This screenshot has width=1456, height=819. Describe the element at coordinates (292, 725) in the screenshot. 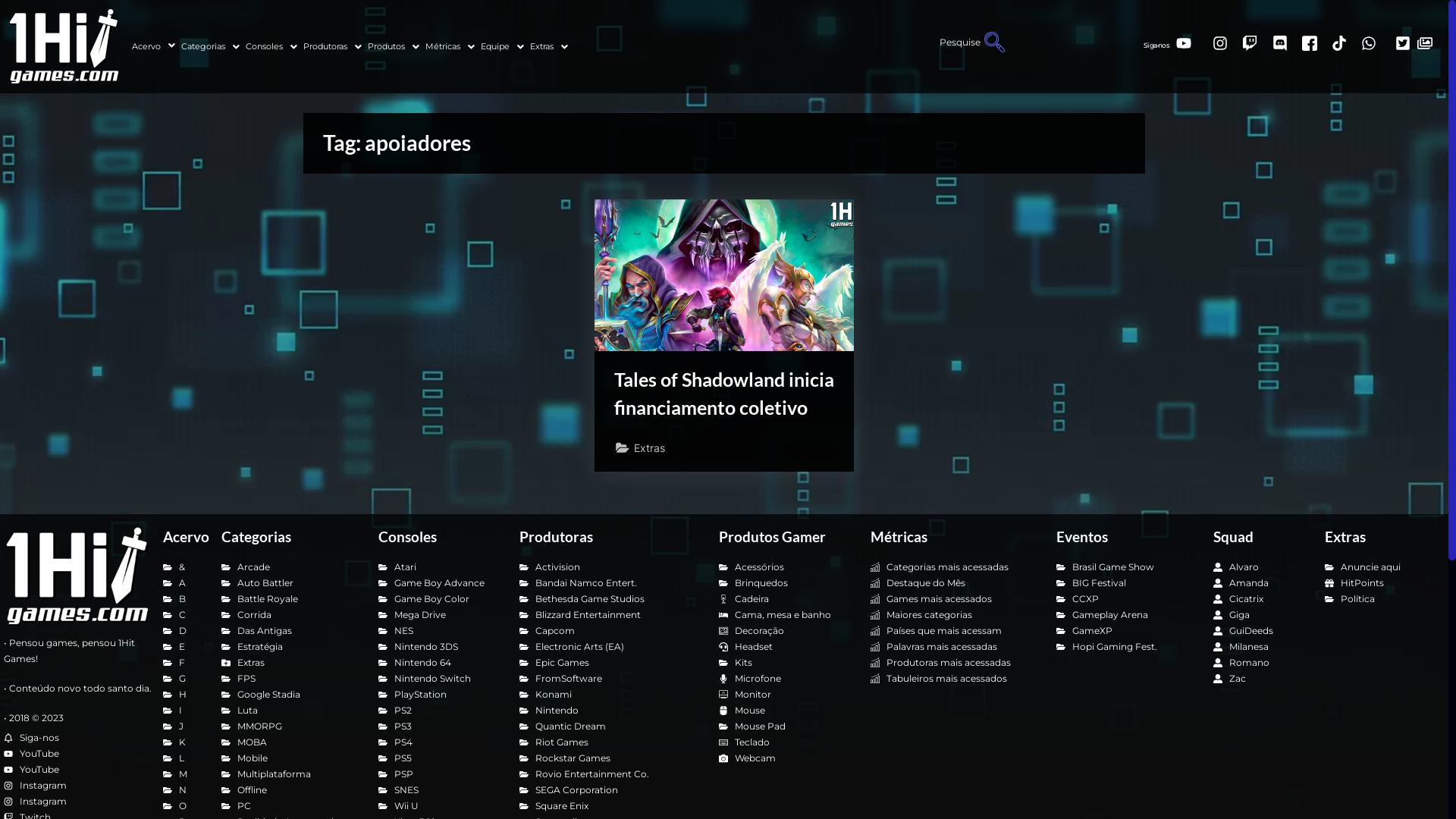

I see `'MMORPG'` at that location.